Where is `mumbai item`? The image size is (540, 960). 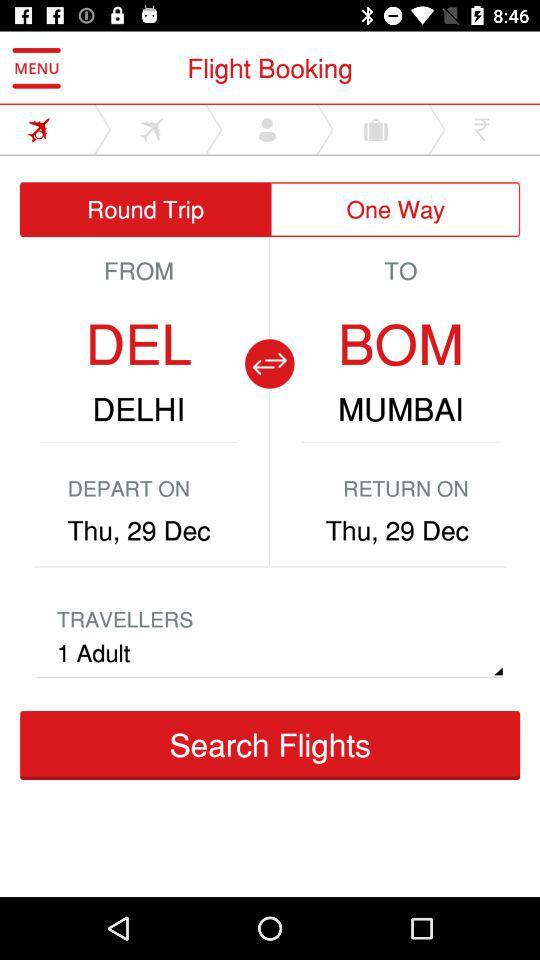 mumbai item is located at coordinates (400, 408).